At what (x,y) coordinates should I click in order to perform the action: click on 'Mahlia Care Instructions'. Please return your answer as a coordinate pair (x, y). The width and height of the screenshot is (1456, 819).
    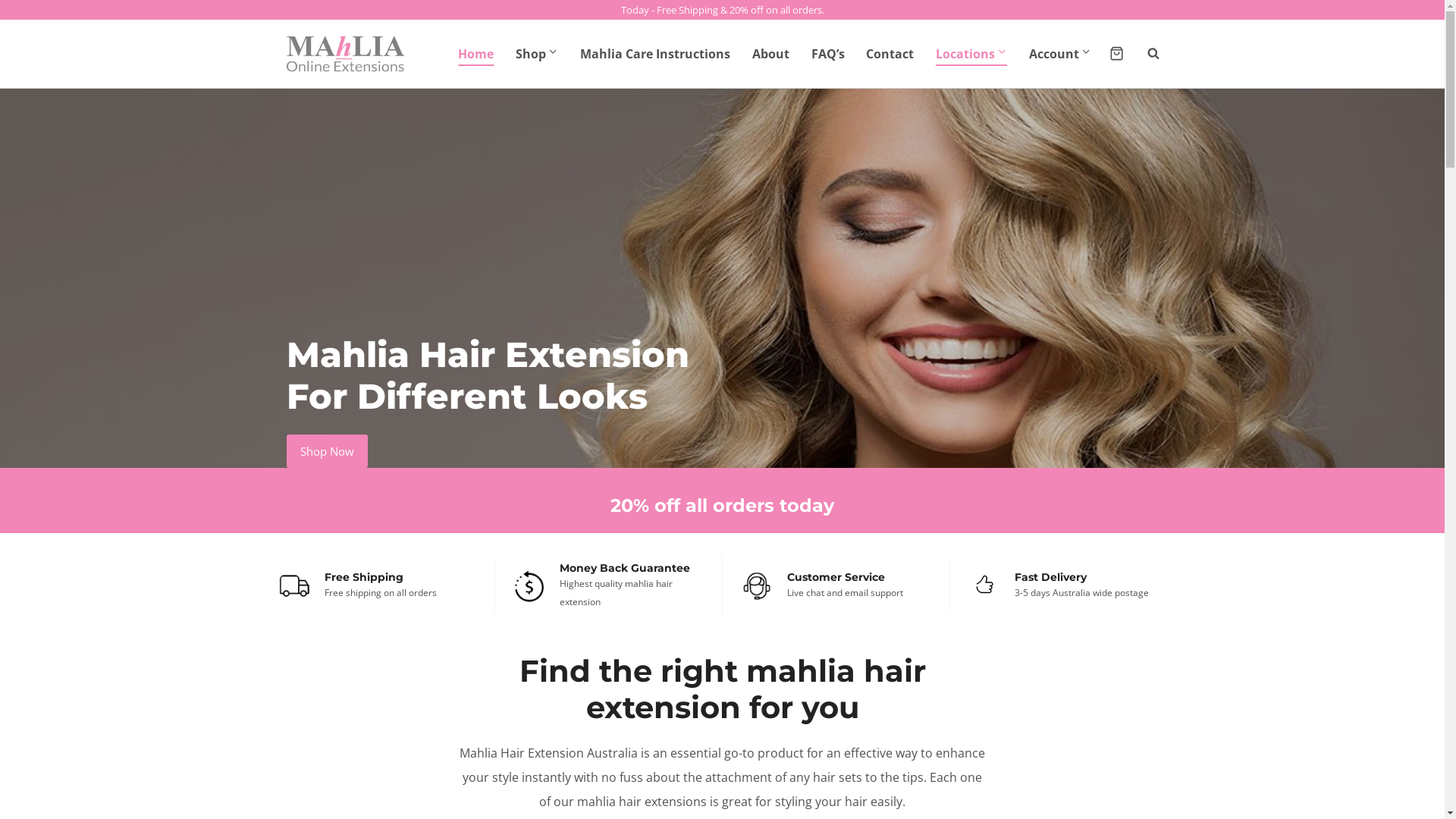
    Looking at the image, I should click on (655, 52).